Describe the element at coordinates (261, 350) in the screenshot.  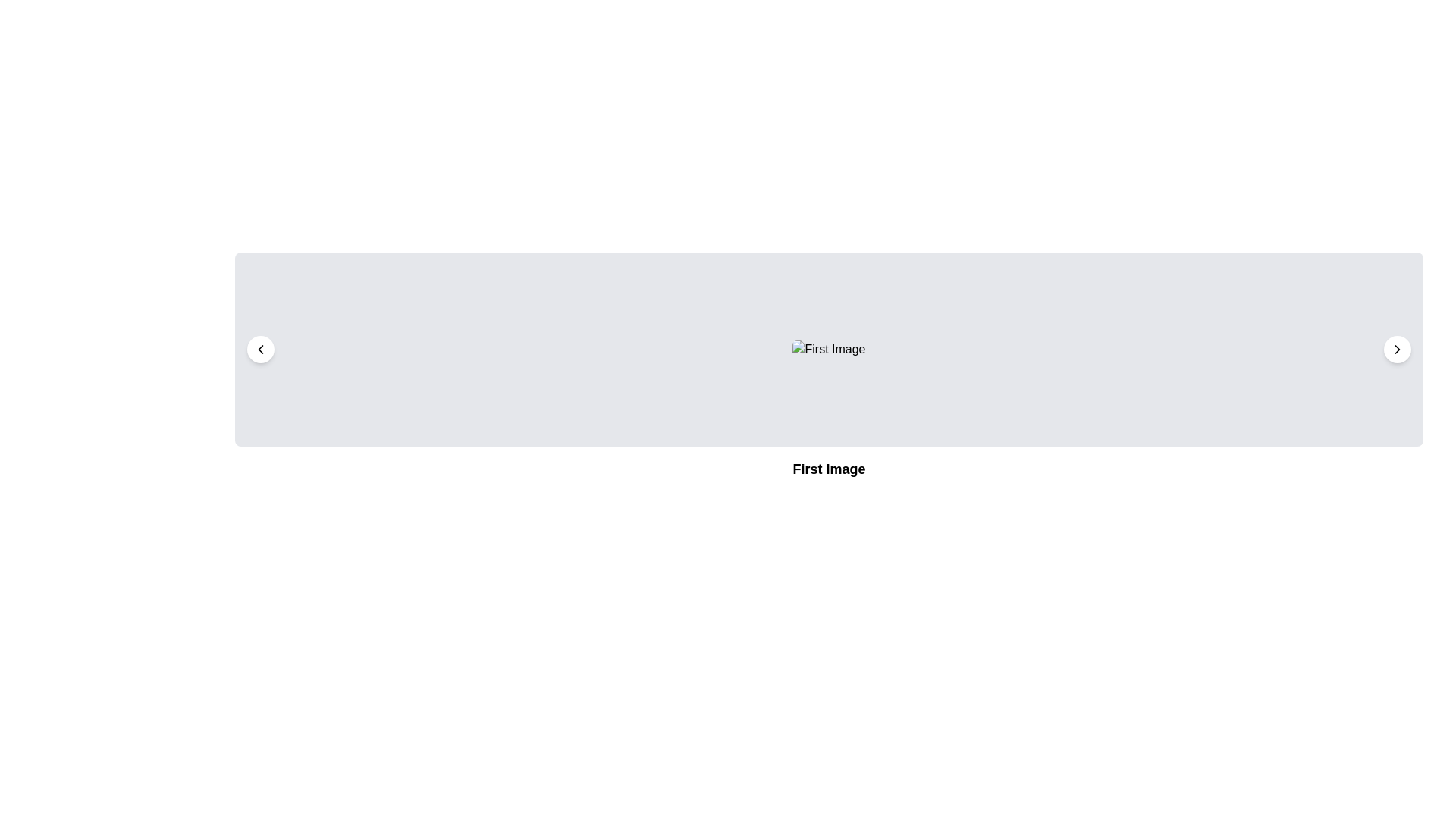
I see `the left-pointing chevron icon, which serves as a navigational tool for backward navigation, located within a circular button-like area on the left side of a grey panel` at that location.